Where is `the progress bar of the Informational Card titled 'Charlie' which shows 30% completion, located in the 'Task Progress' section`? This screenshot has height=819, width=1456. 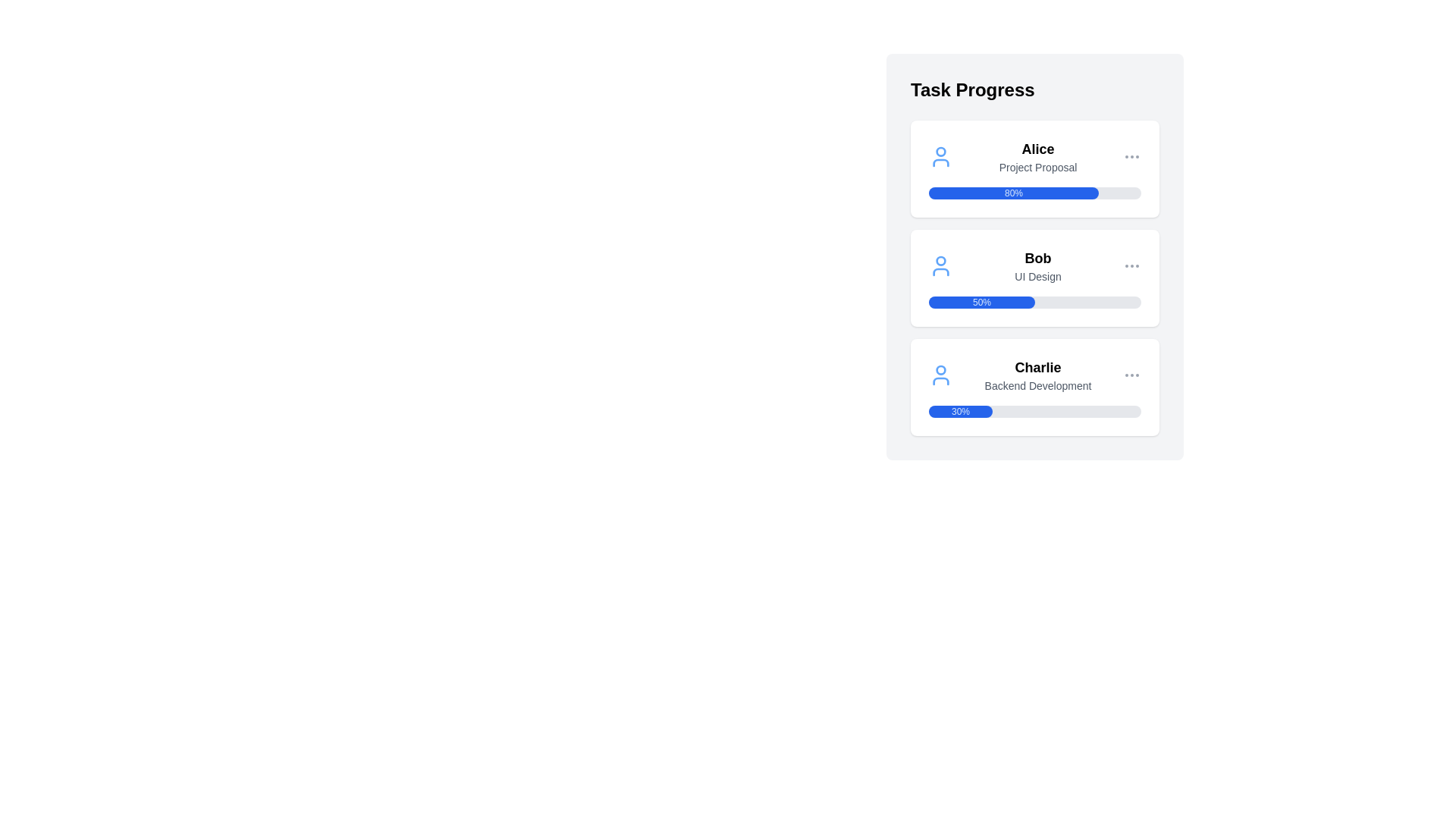
the progress bar of the Informational Card titled 'Charlie' which shows 30% completion, located in the 'Task Progress' section is located at coordinates (1034, 386).